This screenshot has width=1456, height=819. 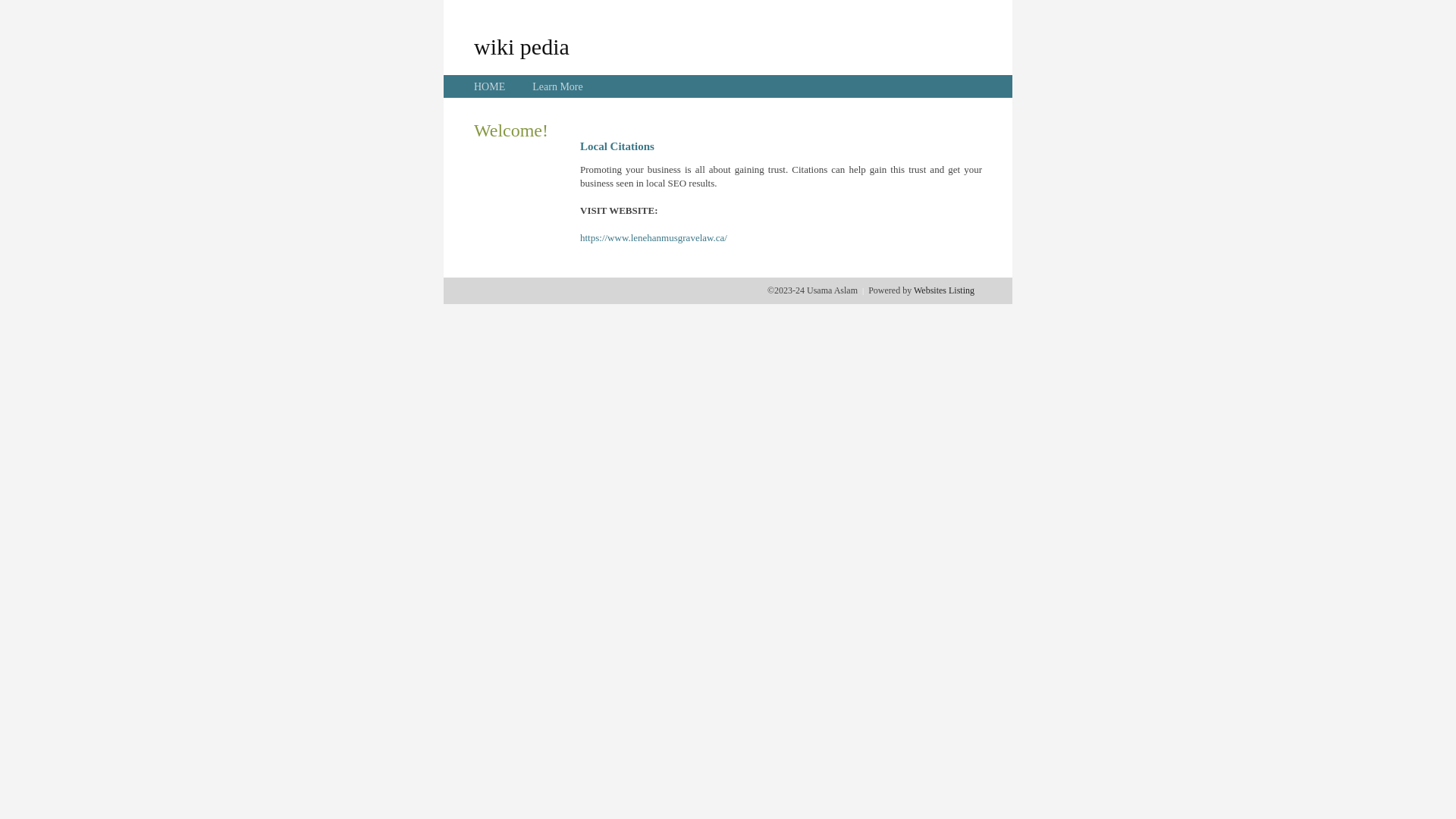 What do you see at coordinates (521, 45) in the screenshot?
I see `'wiki pedia'` at bounding box center [521, 45].